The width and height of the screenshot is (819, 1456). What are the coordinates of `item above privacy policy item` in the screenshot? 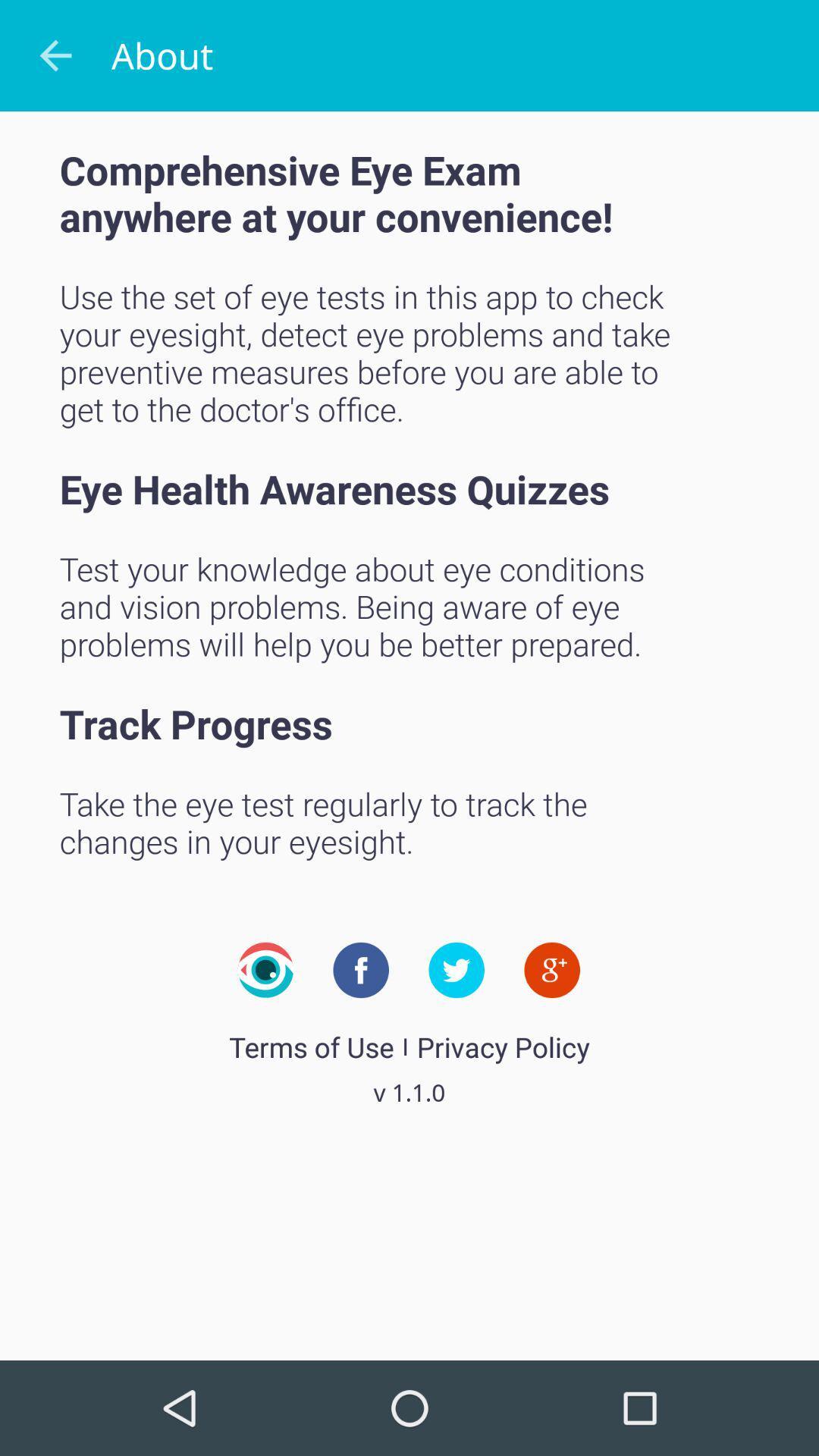 It's located at (552, 969).